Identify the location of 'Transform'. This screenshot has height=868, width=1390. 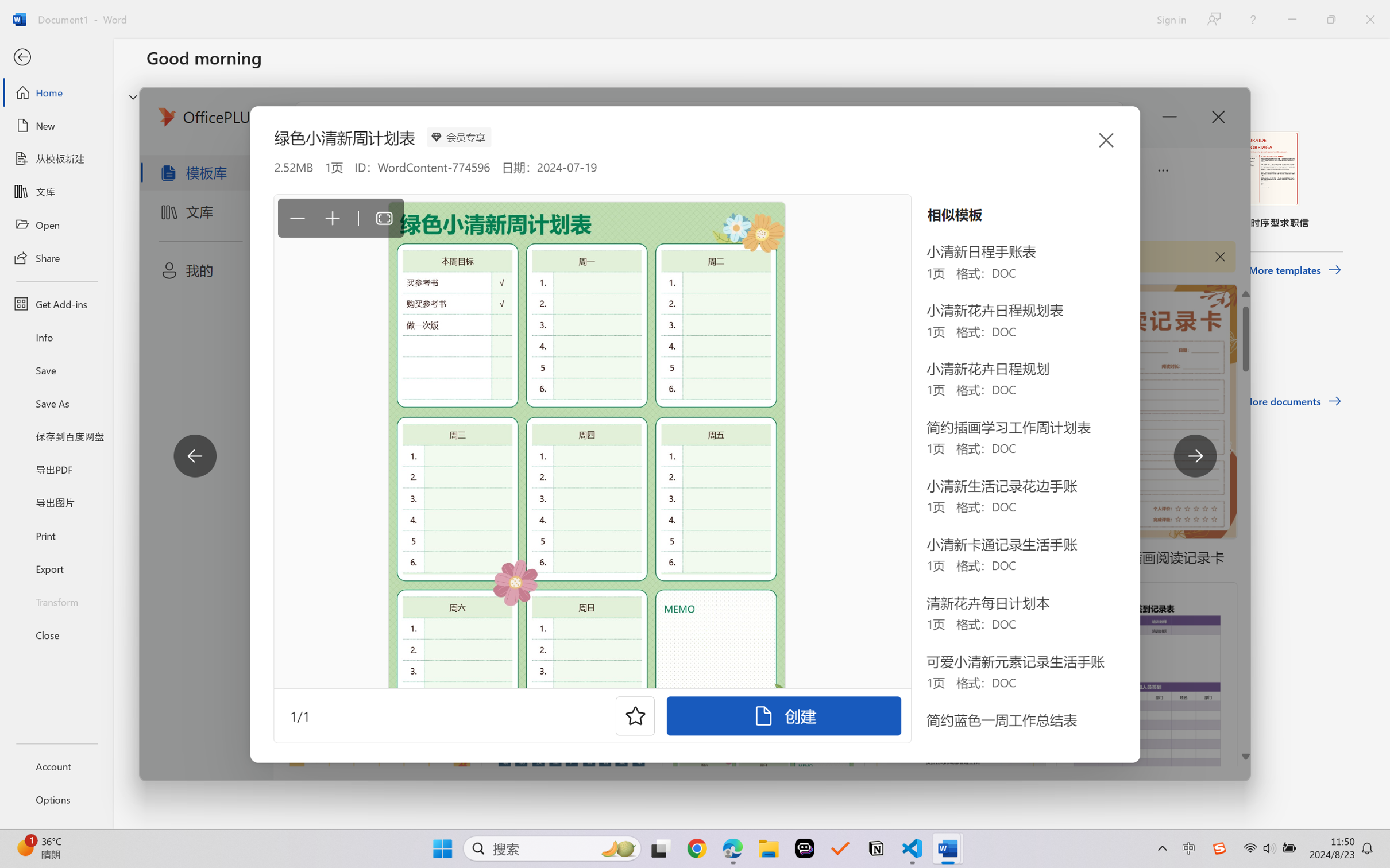
(56, 600).